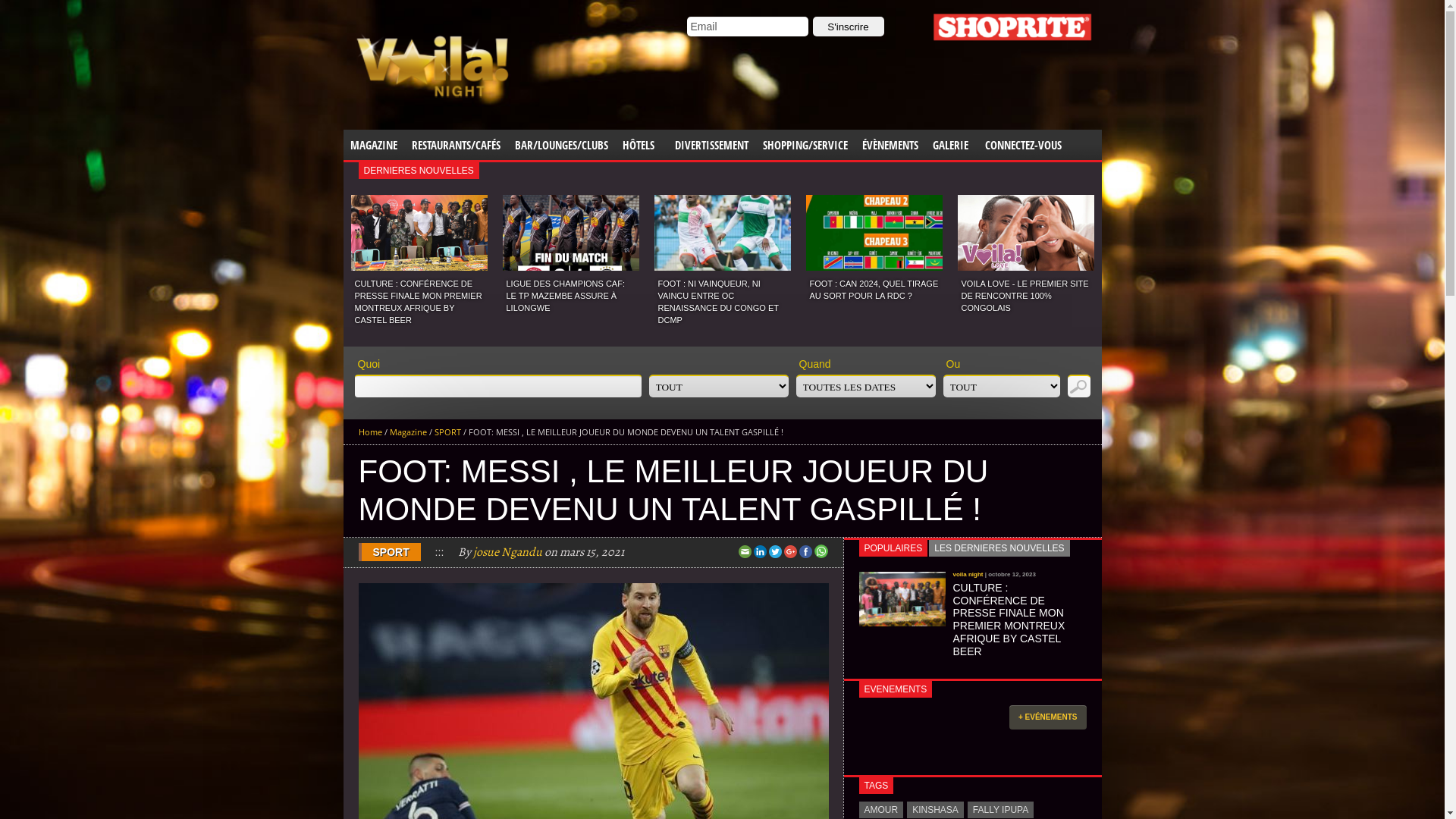  What do you see at coordinates (761, 551) in the screenshot?
I see `'LinkedIn'` at bounding box center [761, 551].